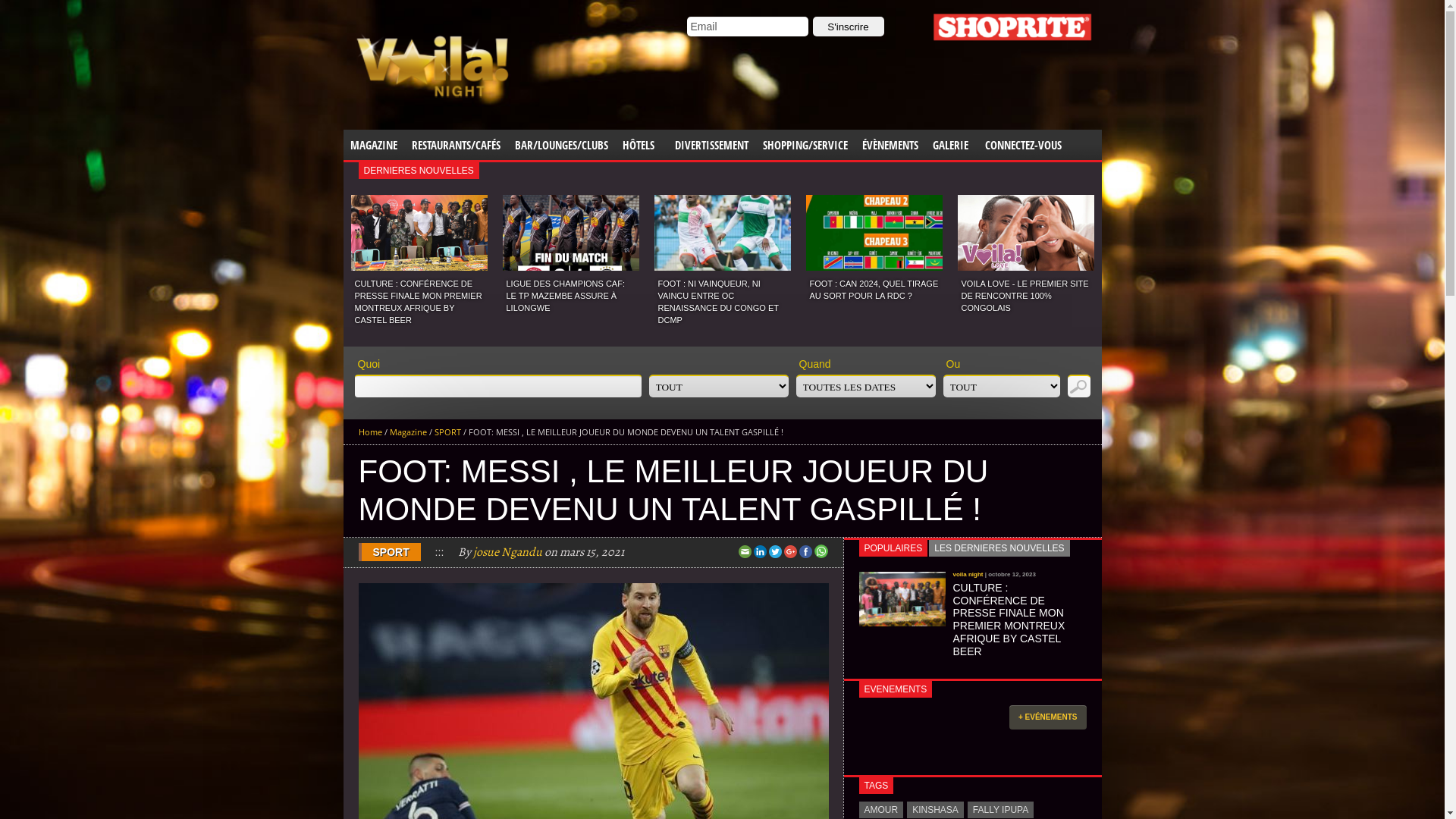  What do you see at coordinates (761, 551) in the screenshot?
I see `'LinkedIn'` at bounding box center [761, 551].